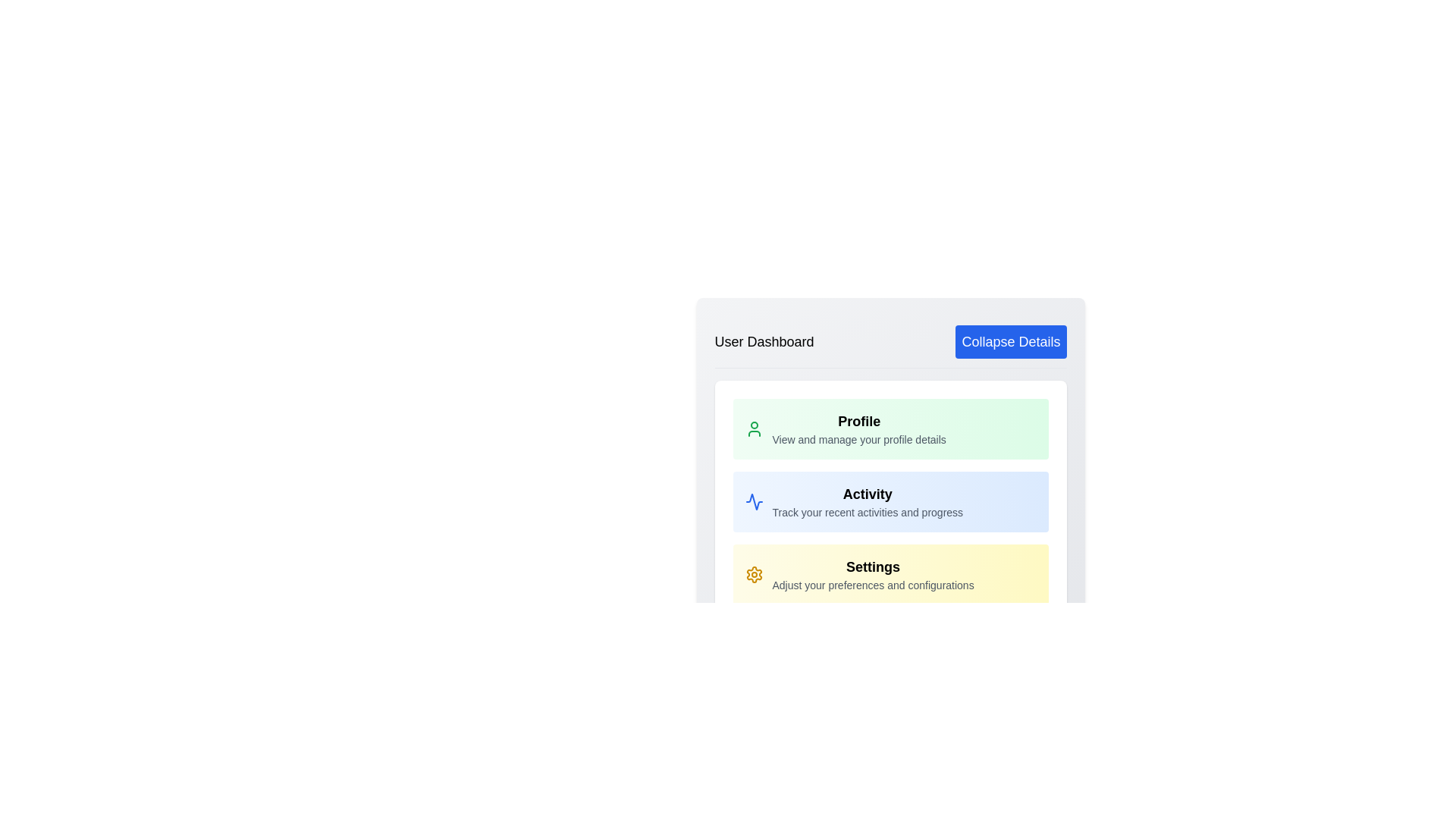 This screenshot has height=819, width=1456. Describe the element at coordinates (873, 575) in the screenshot. I see `description of the settings options in the third card of the User Dashboard section, which provides further configurations or detailed settings pages when clicked` at that location.